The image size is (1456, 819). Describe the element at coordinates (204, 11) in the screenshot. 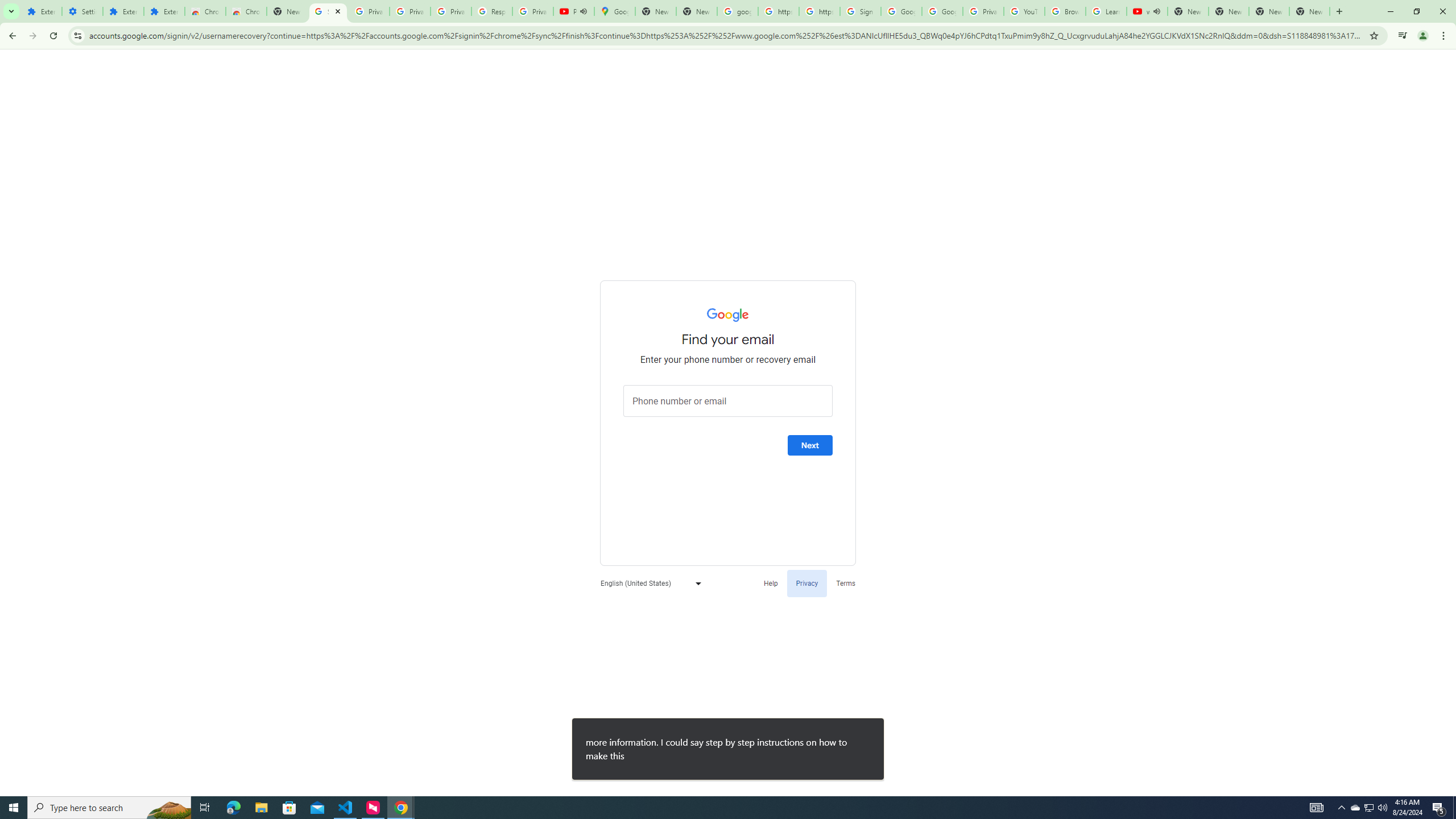

I see `'Chrome Web Store'` at that location.